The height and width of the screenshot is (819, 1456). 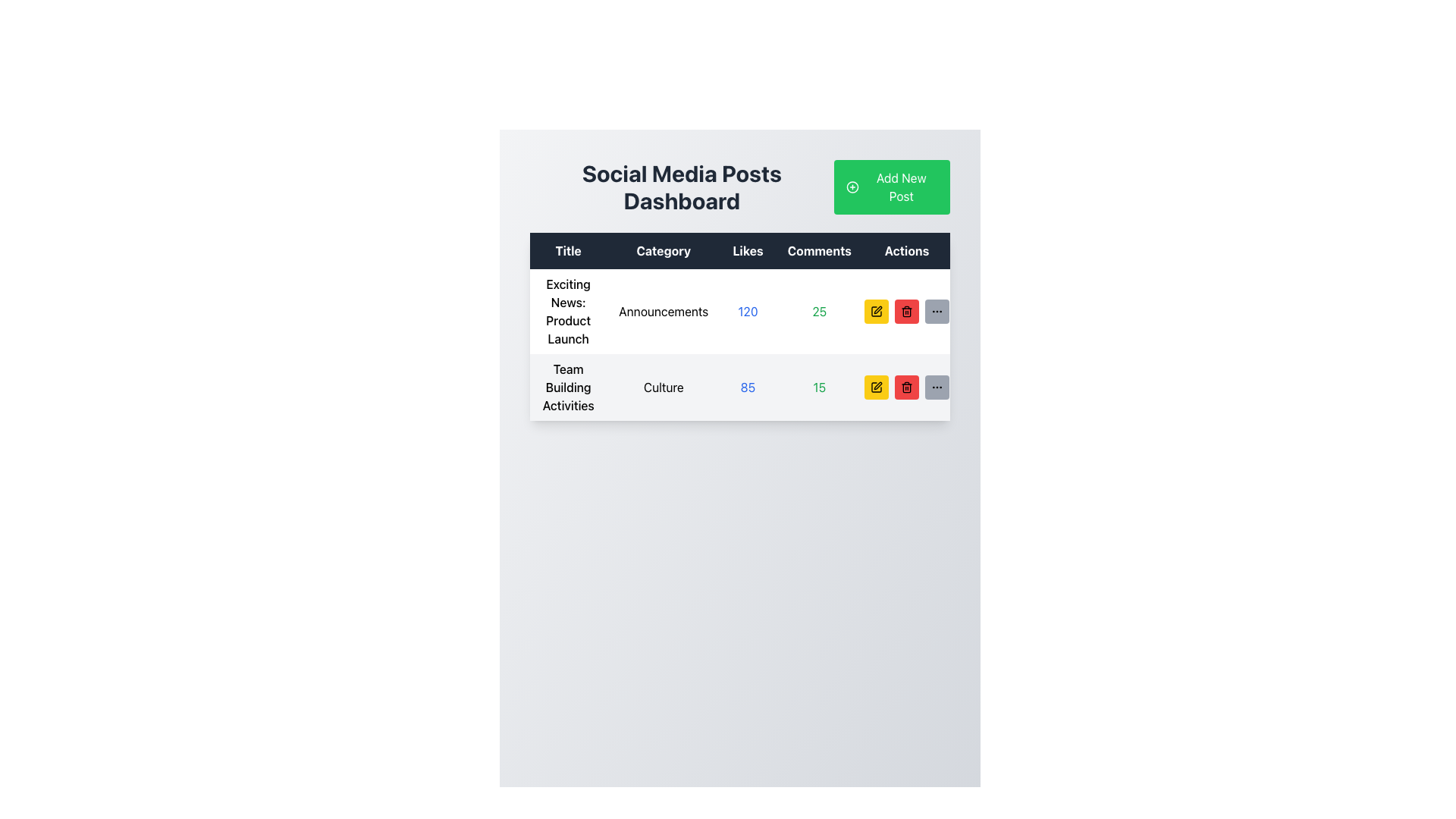 I want to click on the menu button in the 'Actions' column of the first row of the table, so click(x=937, y=386).